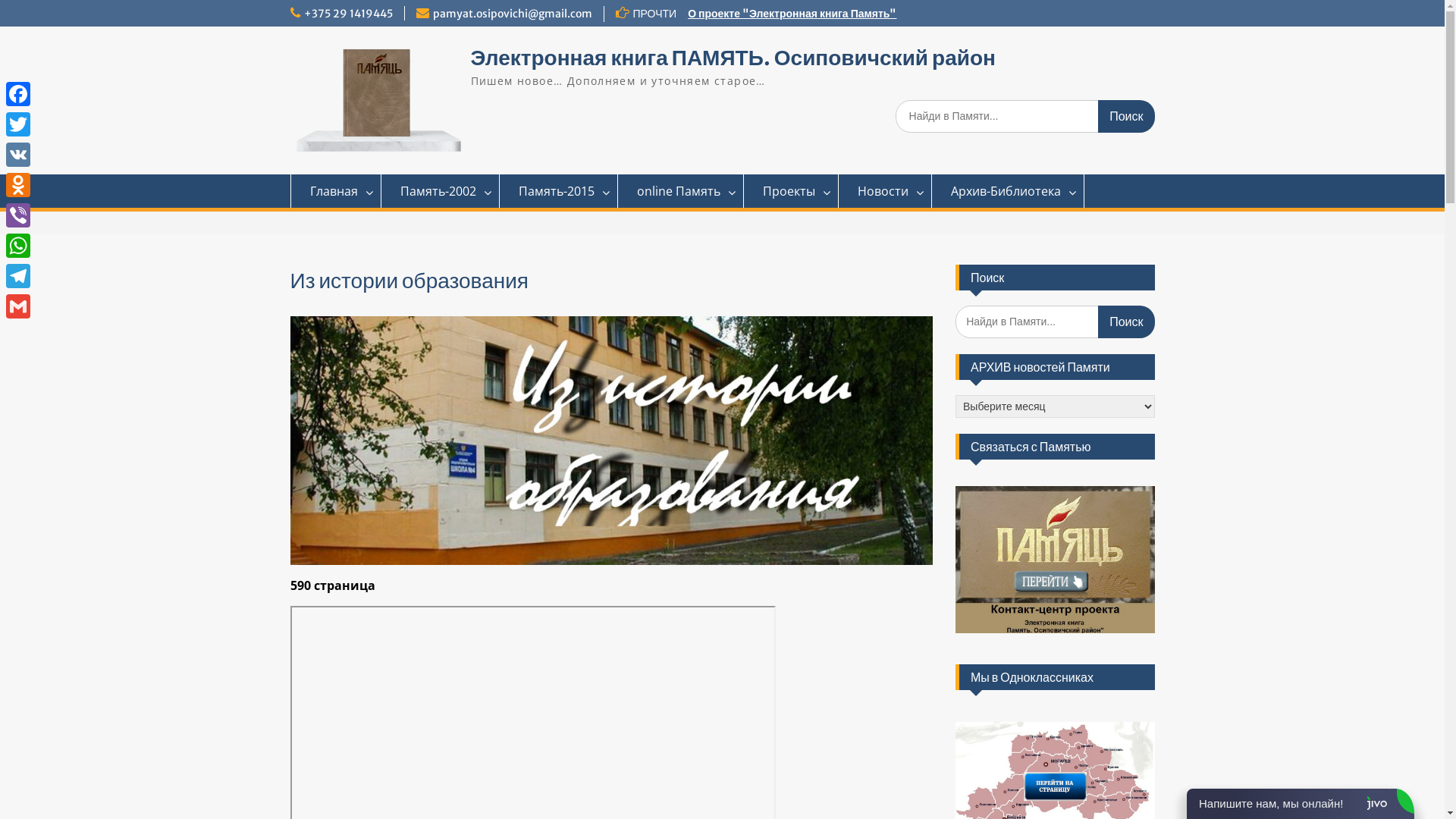 The height and width of the screenshot is (819, 1456). I want to click on '+375 29 1419445', so click(347, 14).